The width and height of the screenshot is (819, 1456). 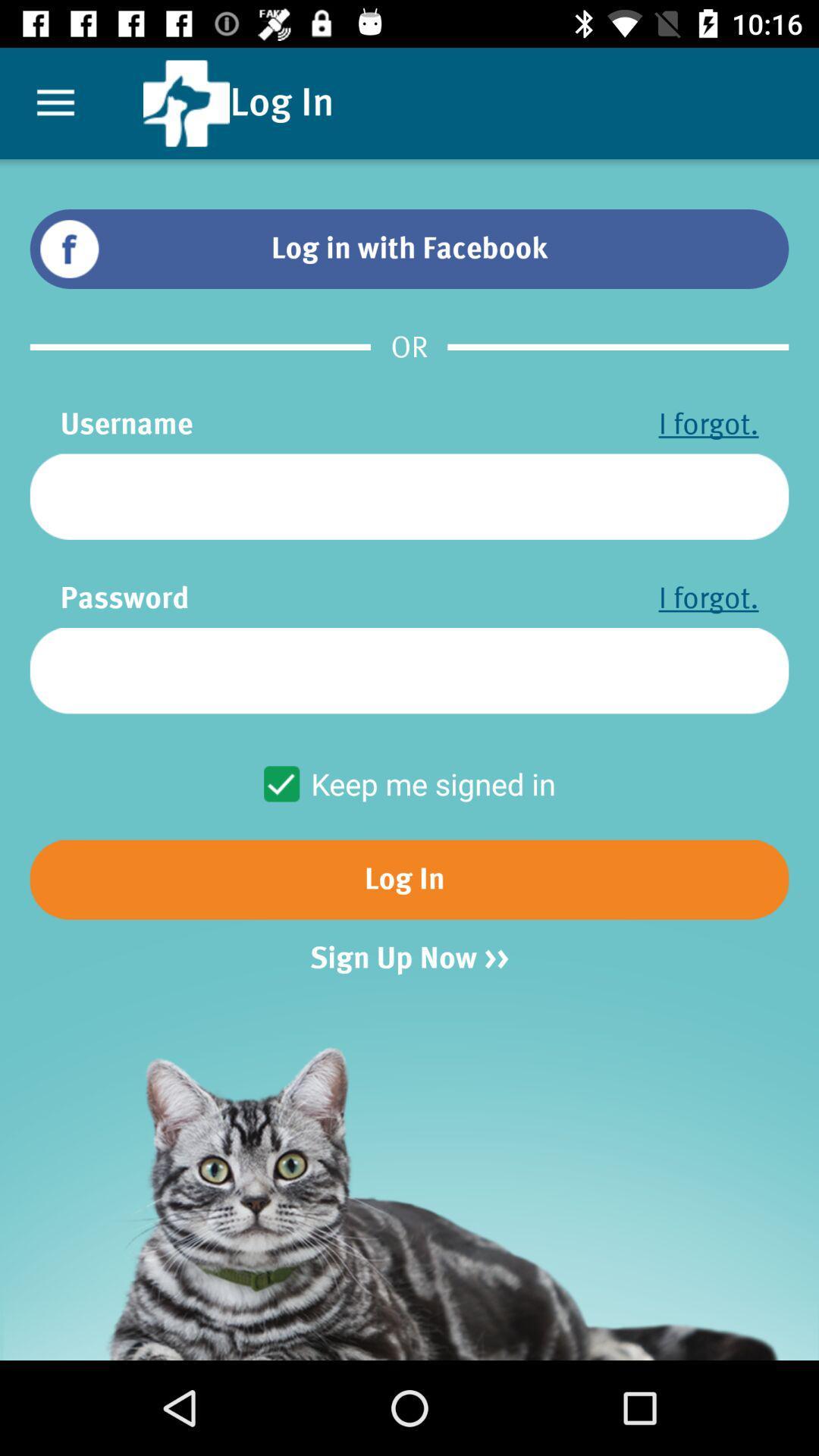 I want to click on icon below the username item, so click(x=409, y=497).